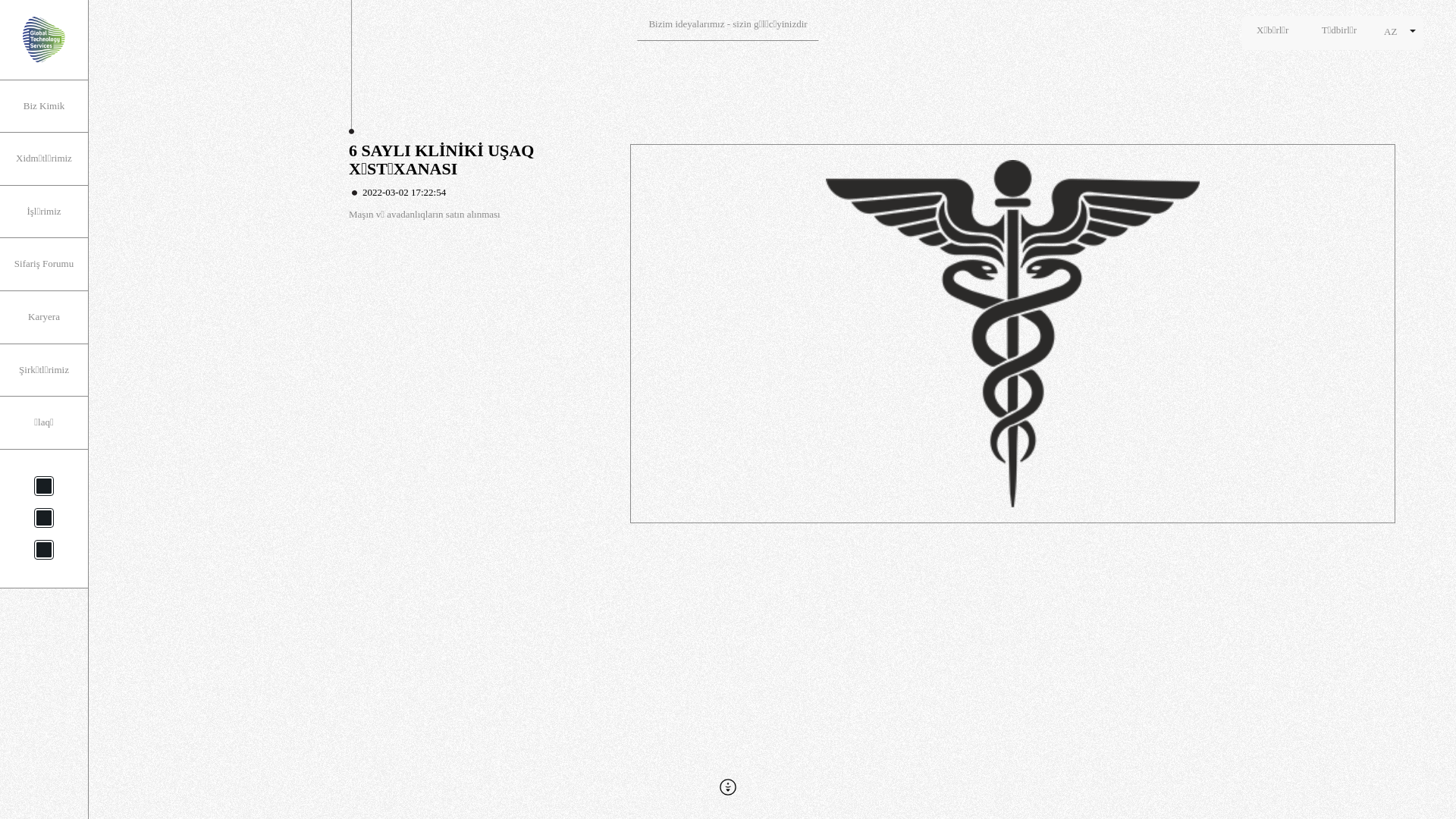  What do you see at coordinates (43, 316) in the screenshot?
I see `'Karyera'` at bounding box center [43, 316].